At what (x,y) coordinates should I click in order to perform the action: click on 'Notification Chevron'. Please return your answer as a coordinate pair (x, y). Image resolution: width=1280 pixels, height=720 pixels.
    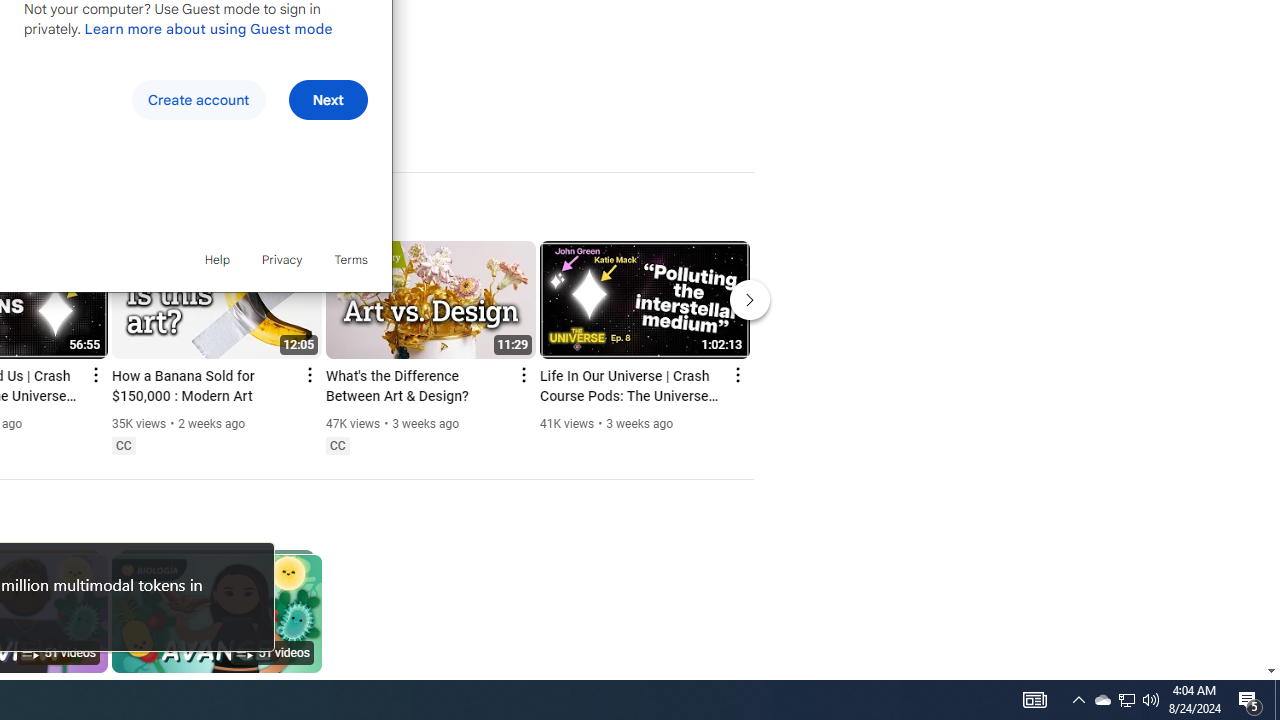
    Looking at the image, I should click on (1078, 698).